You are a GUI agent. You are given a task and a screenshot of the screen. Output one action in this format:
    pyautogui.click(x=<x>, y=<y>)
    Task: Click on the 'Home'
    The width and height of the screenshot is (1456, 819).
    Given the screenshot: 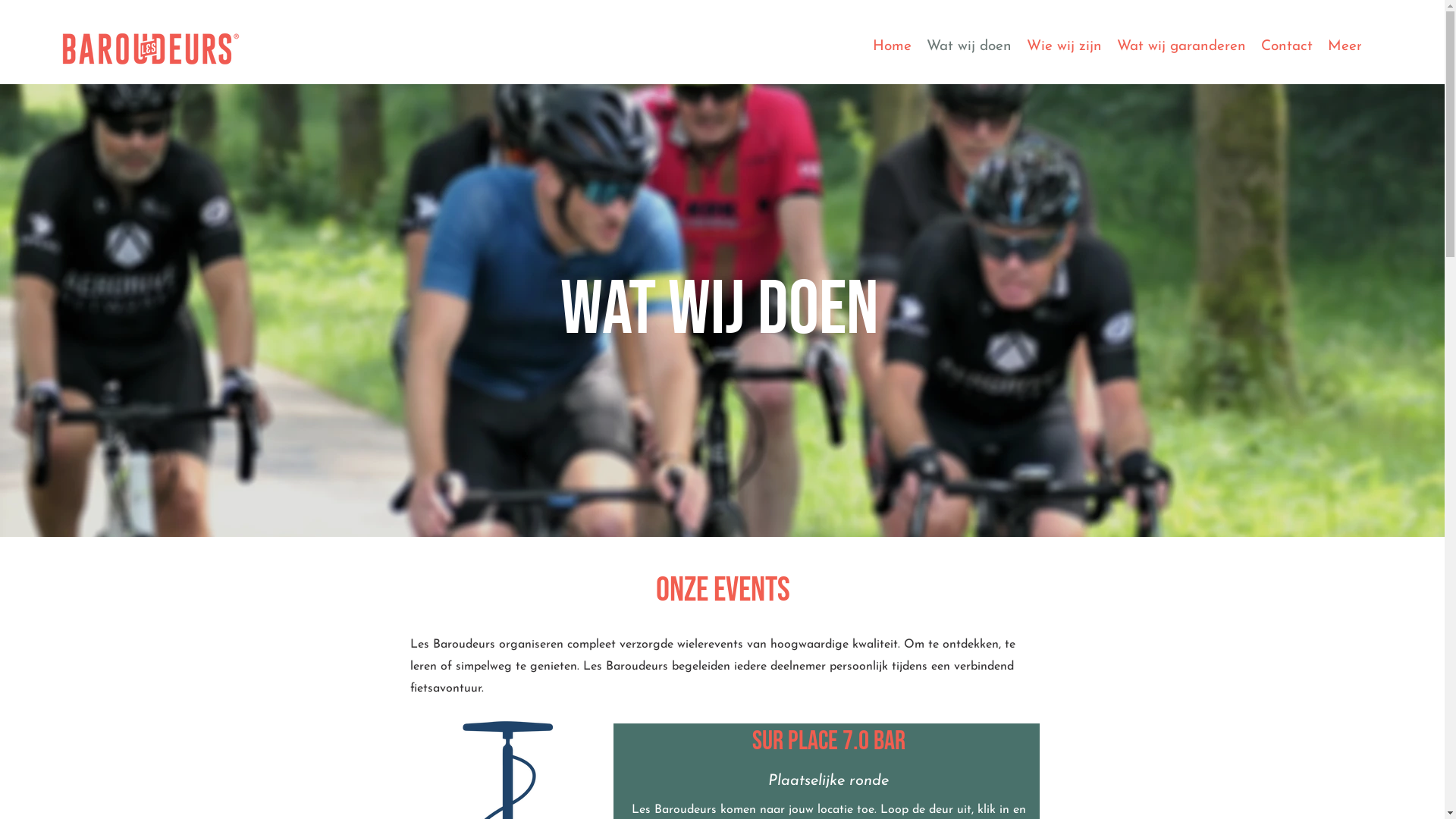 What is the action you would take?
    pyautogui.click(x=892, y=48)
    